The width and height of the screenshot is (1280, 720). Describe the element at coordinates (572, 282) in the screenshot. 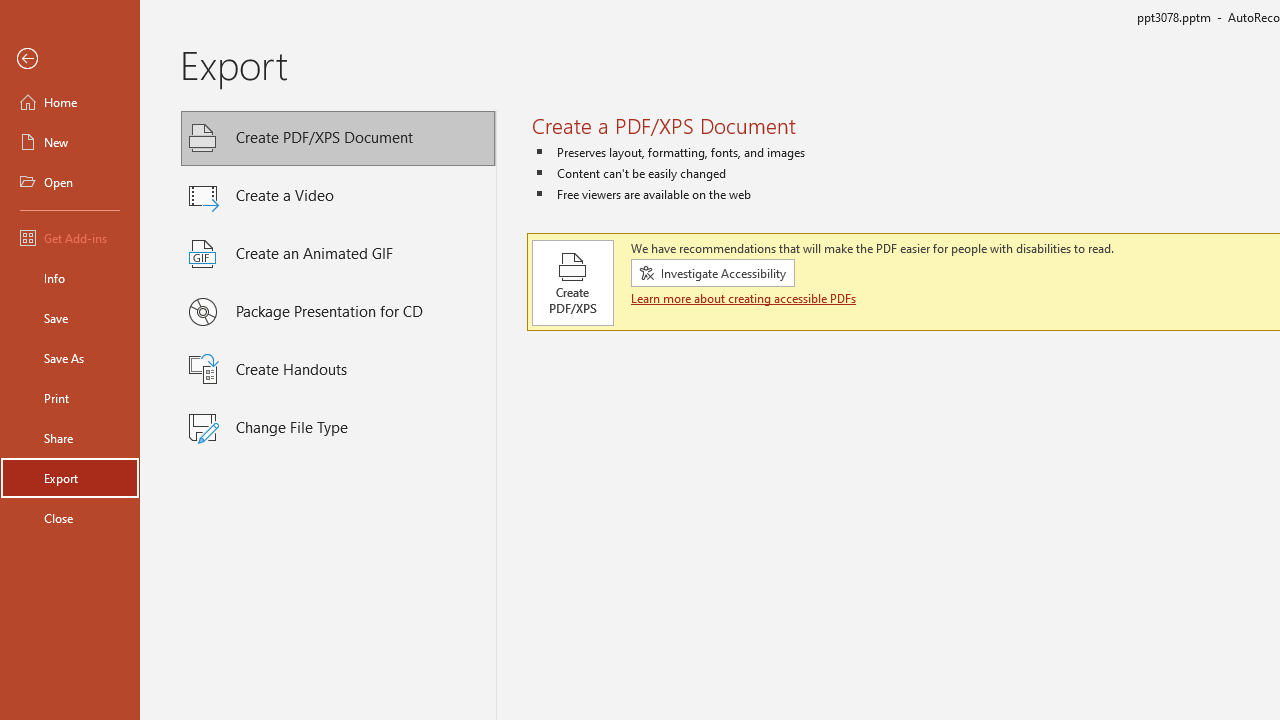

I see `'Create PDF/XPS'` at that location.